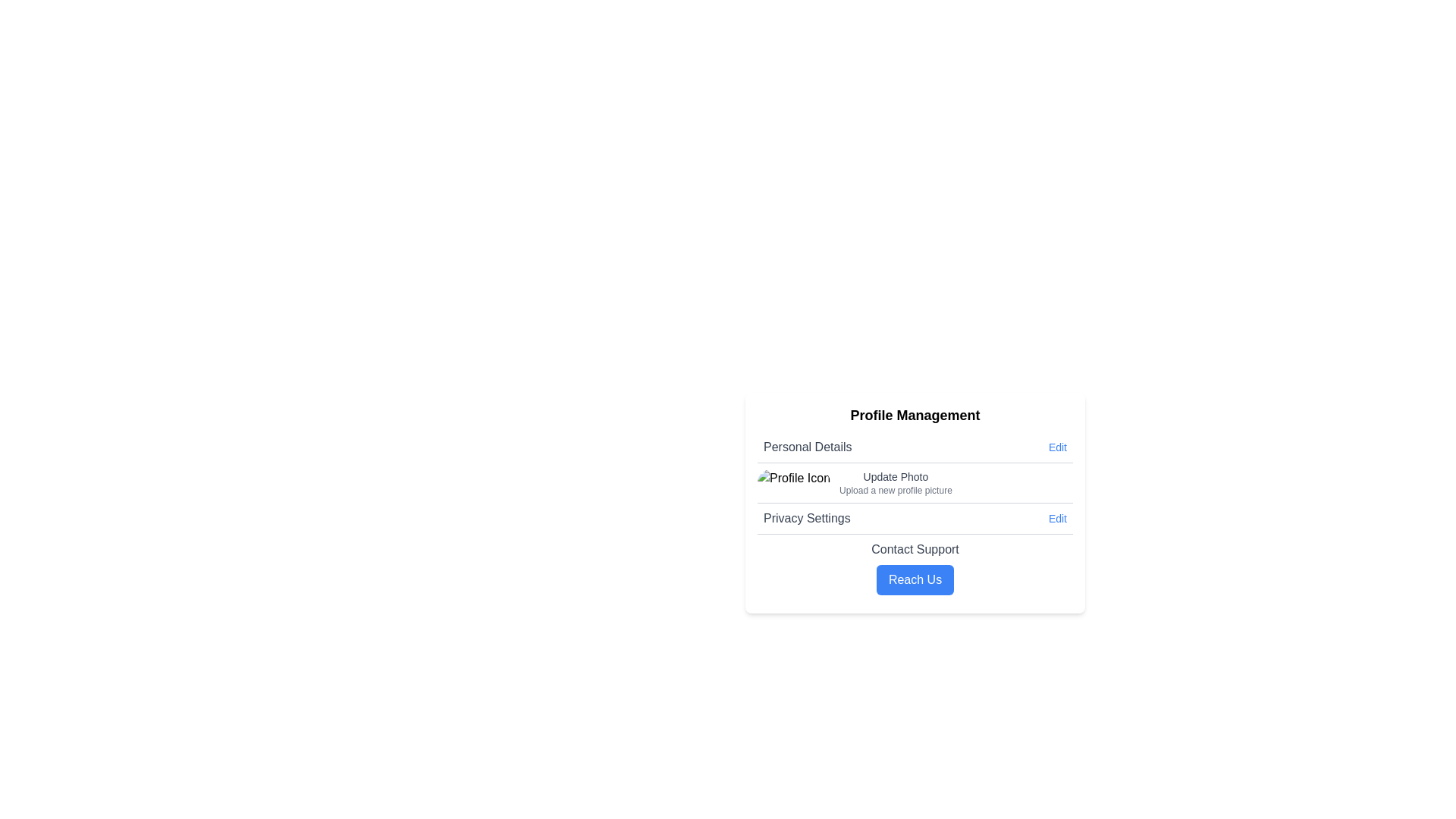 This screenshot has width=1456, height=819. I want to click on the 'Edit' hyperlink, so click(1056, 447).